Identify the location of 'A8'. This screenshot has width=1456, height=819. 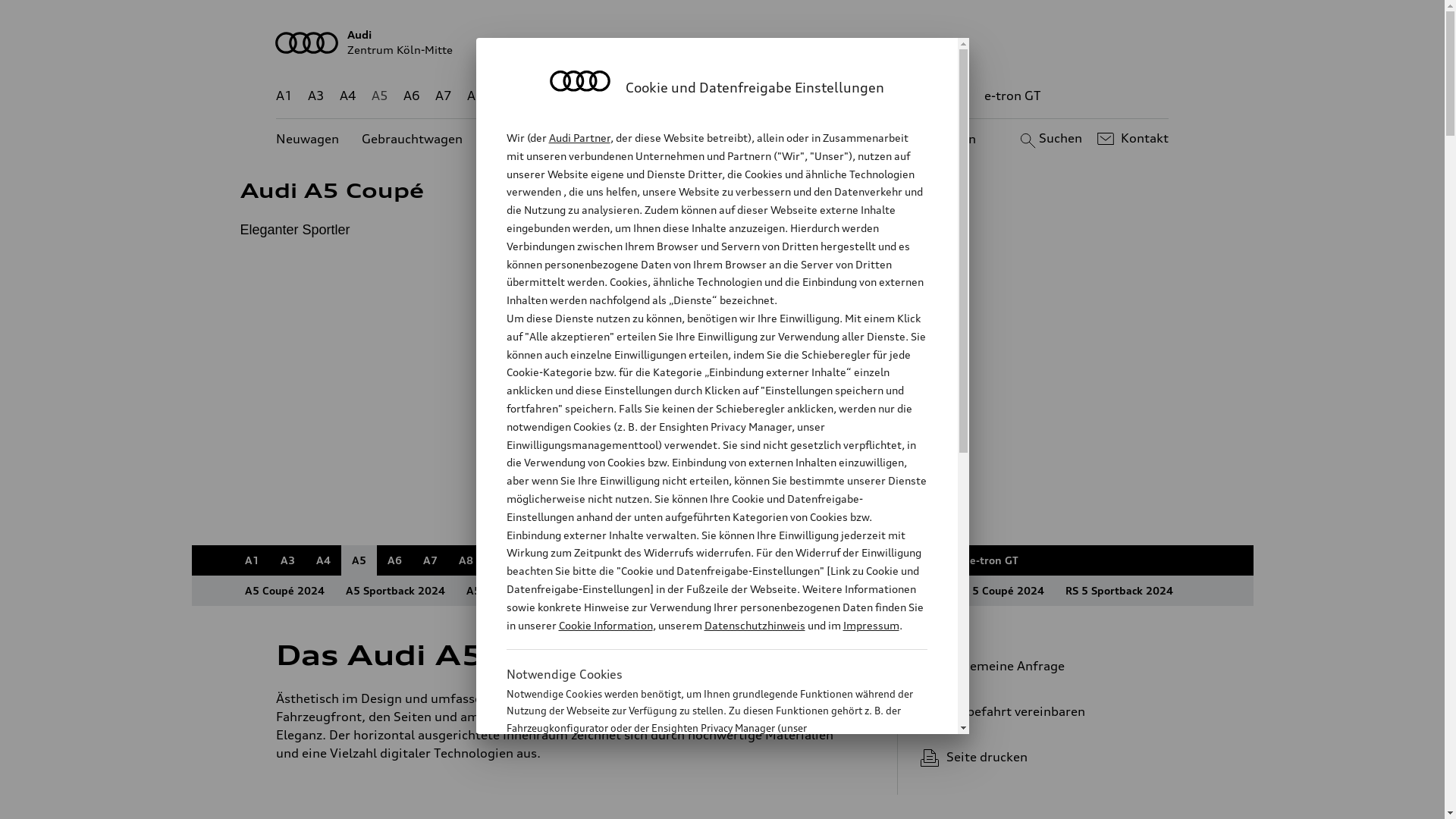
(464, 560).